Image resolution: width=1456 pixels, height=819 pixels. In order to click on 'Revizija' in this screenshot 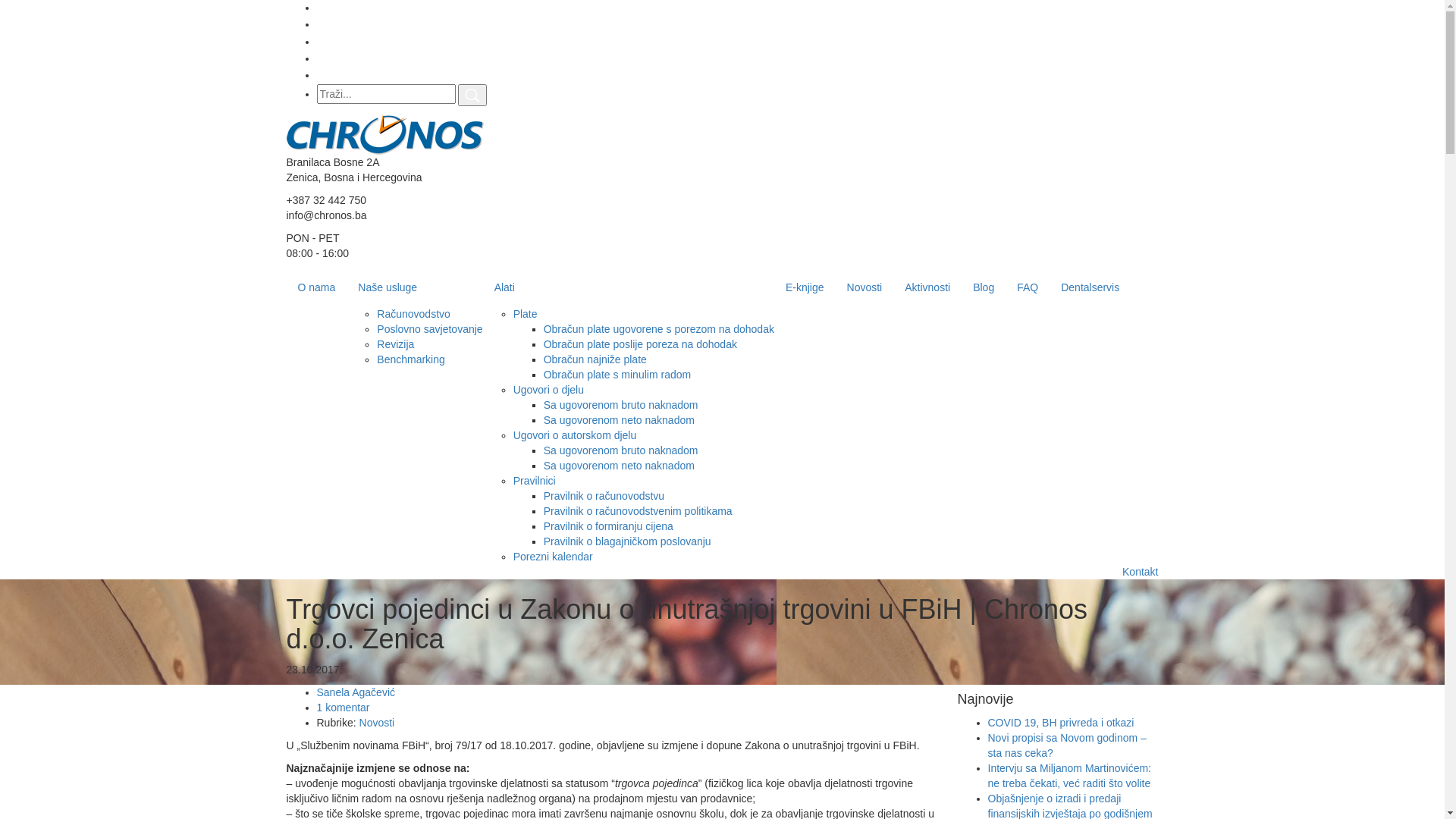, I will do `click(377, 344)`.